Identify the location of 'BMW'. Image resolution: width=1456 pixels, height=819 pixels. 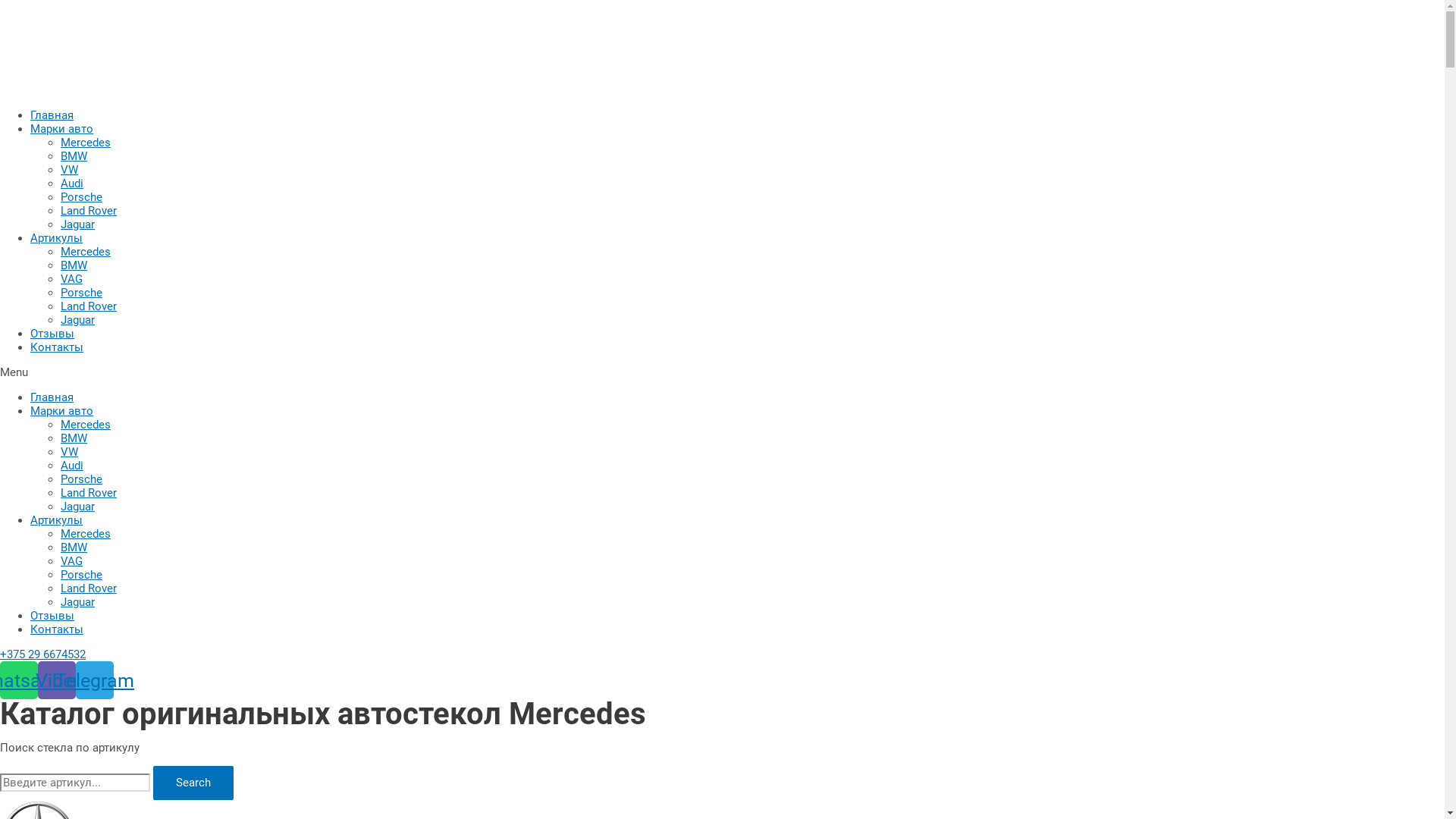
(61, 155).